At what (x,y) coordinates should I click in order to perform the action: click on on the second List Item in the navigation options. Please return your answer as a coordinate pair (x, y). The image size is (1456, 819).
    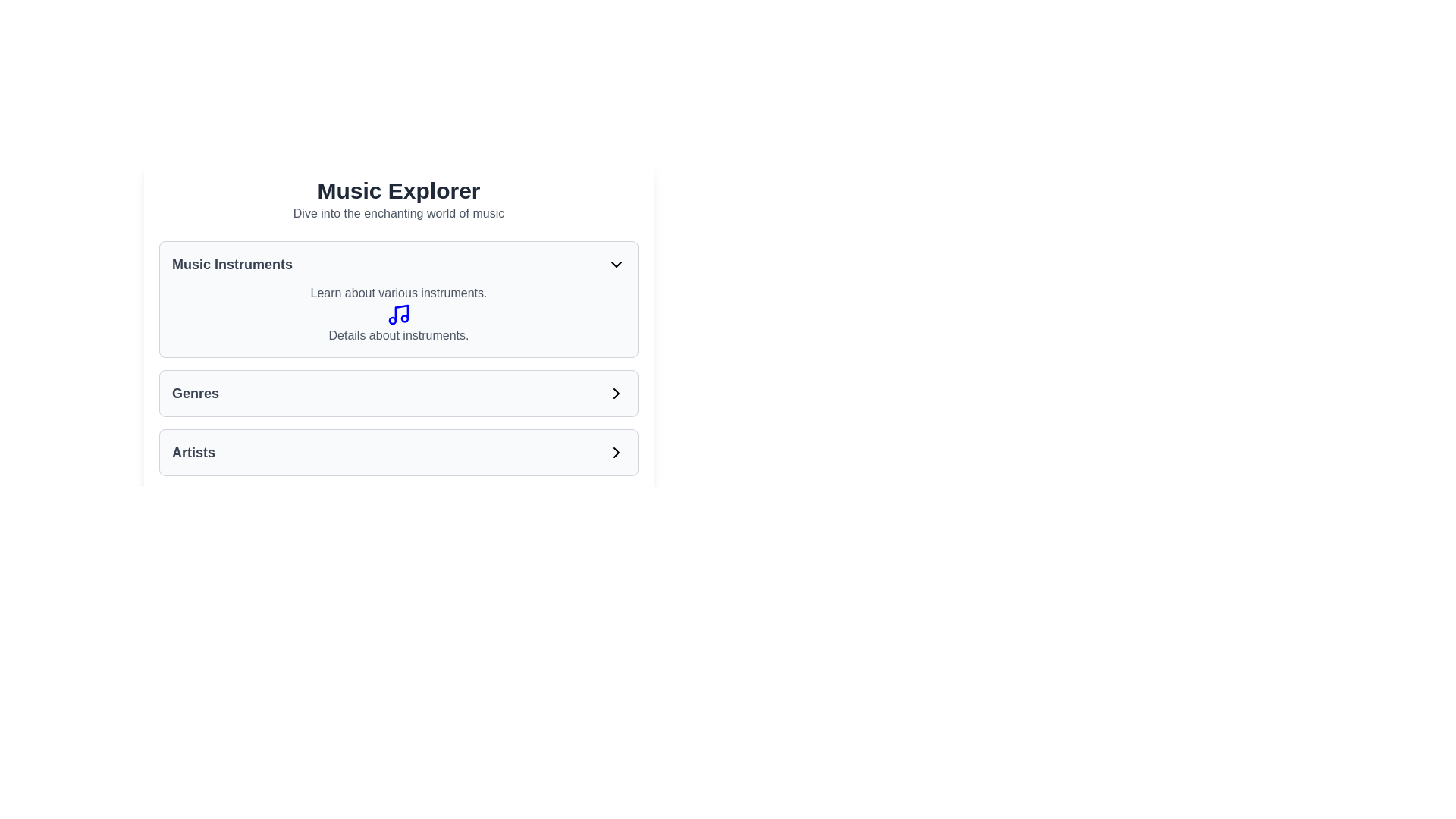
    Looking at the image, I should click on (399, 393).